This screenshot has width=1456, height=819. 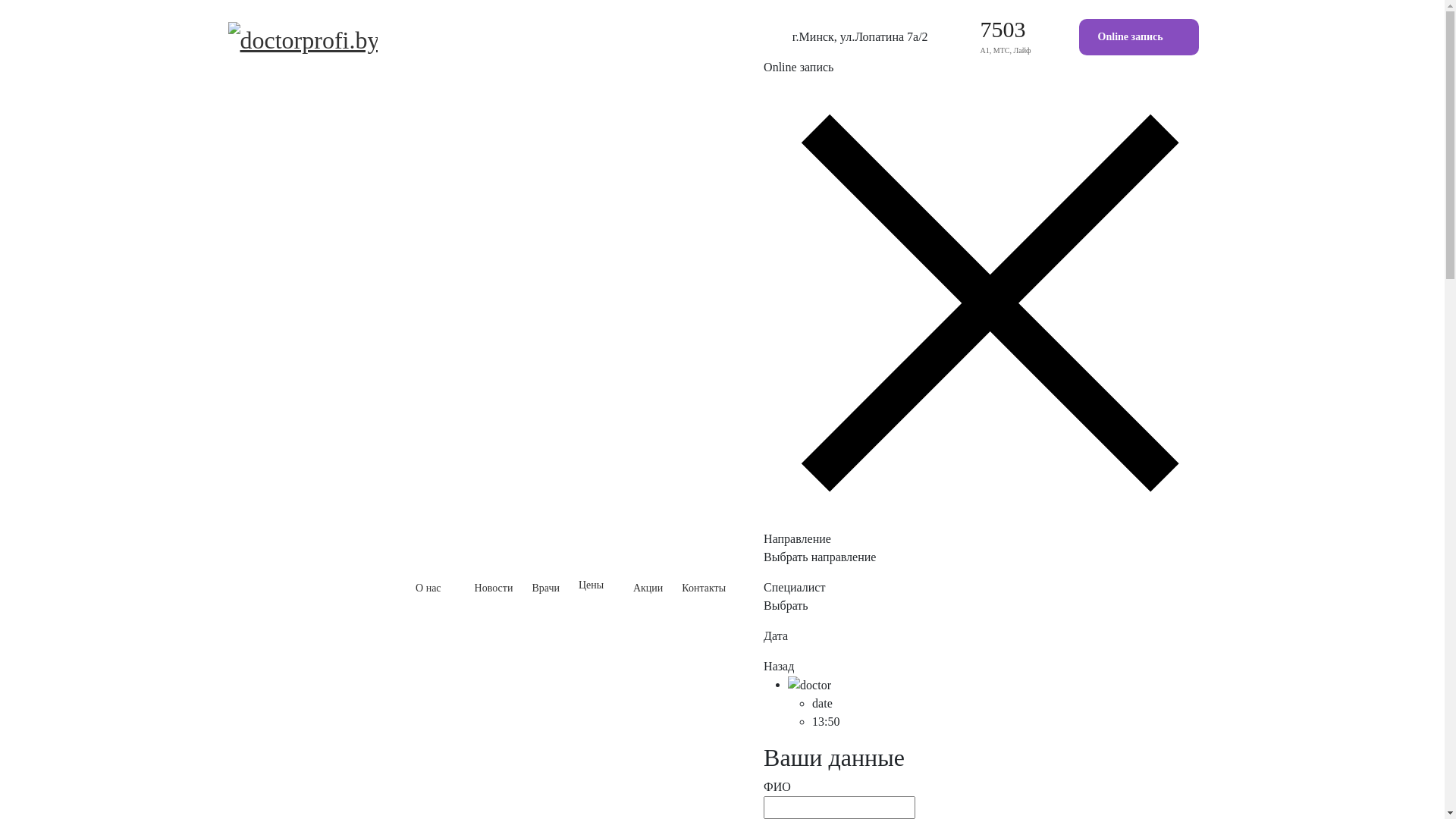 I want to click on '7503', so click(x=1003, y=29).